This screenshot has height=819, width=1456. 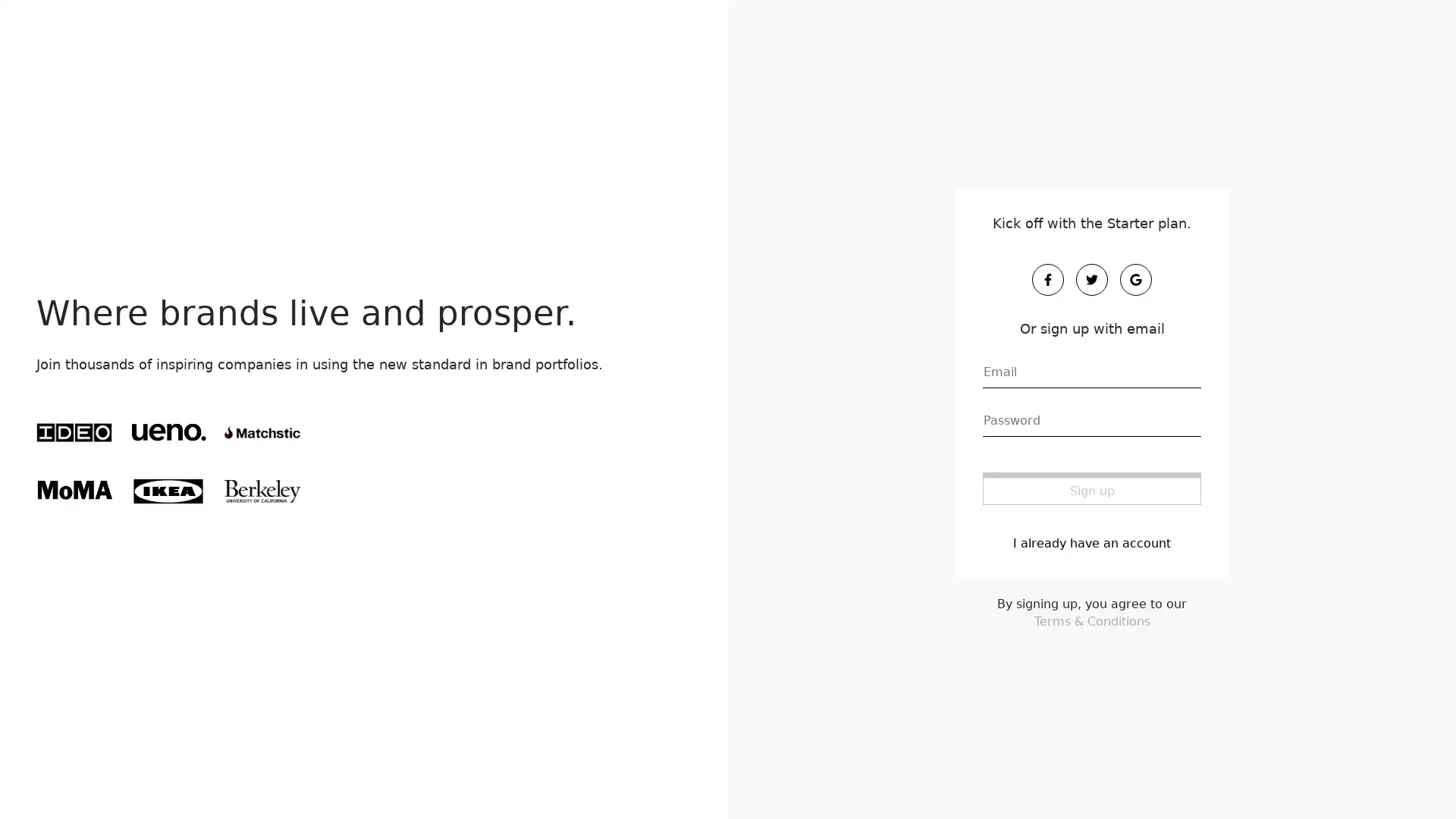 I want to click on Sign up, so click(x=1092, y=488).